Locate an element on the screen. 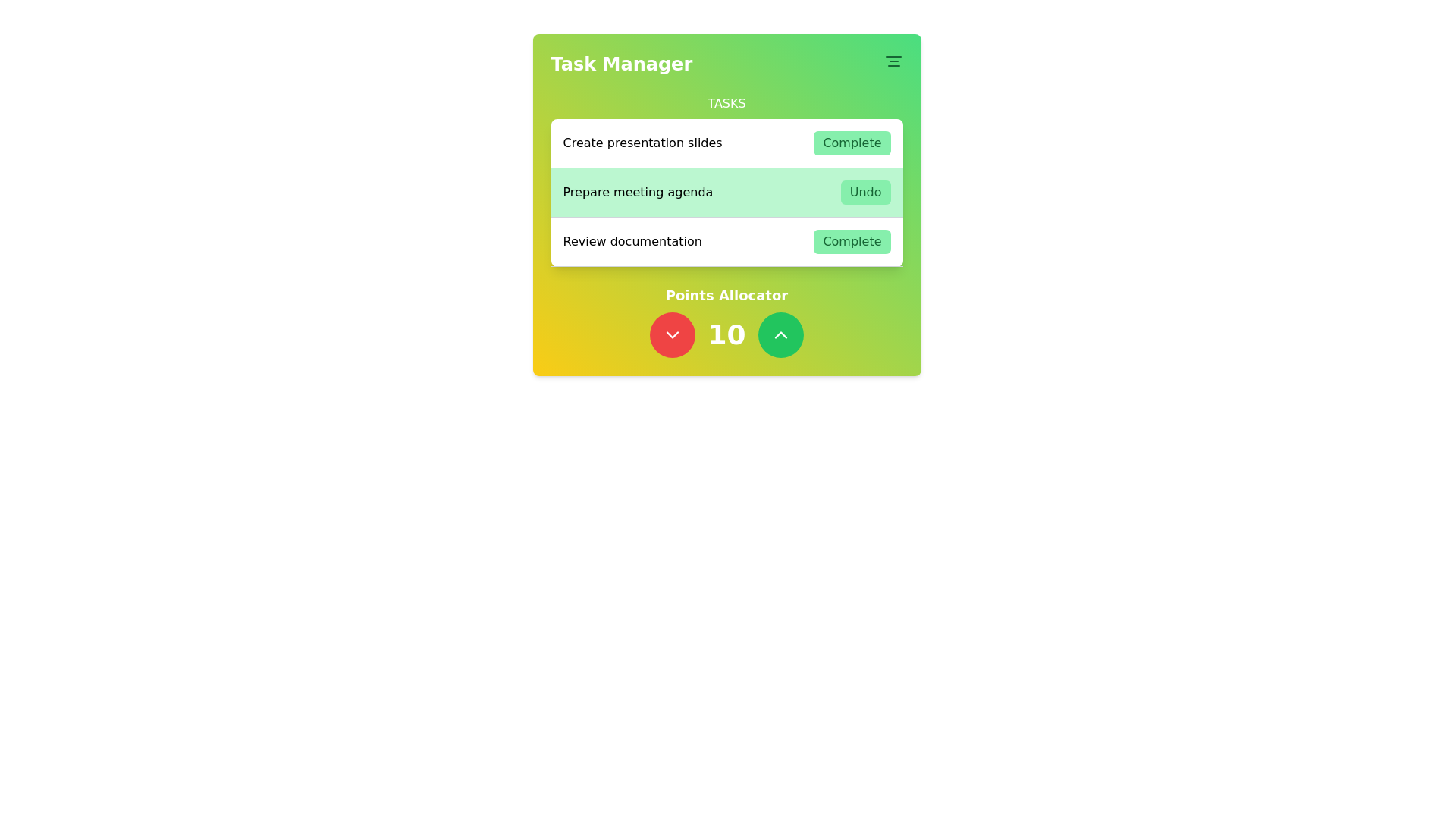  the 'Points Allocator' text label, which is styled in bold white font on a gradient background and is located near the bottom of the 'Task Manager' card, above a numeric display is located at coordinates (726, 295).